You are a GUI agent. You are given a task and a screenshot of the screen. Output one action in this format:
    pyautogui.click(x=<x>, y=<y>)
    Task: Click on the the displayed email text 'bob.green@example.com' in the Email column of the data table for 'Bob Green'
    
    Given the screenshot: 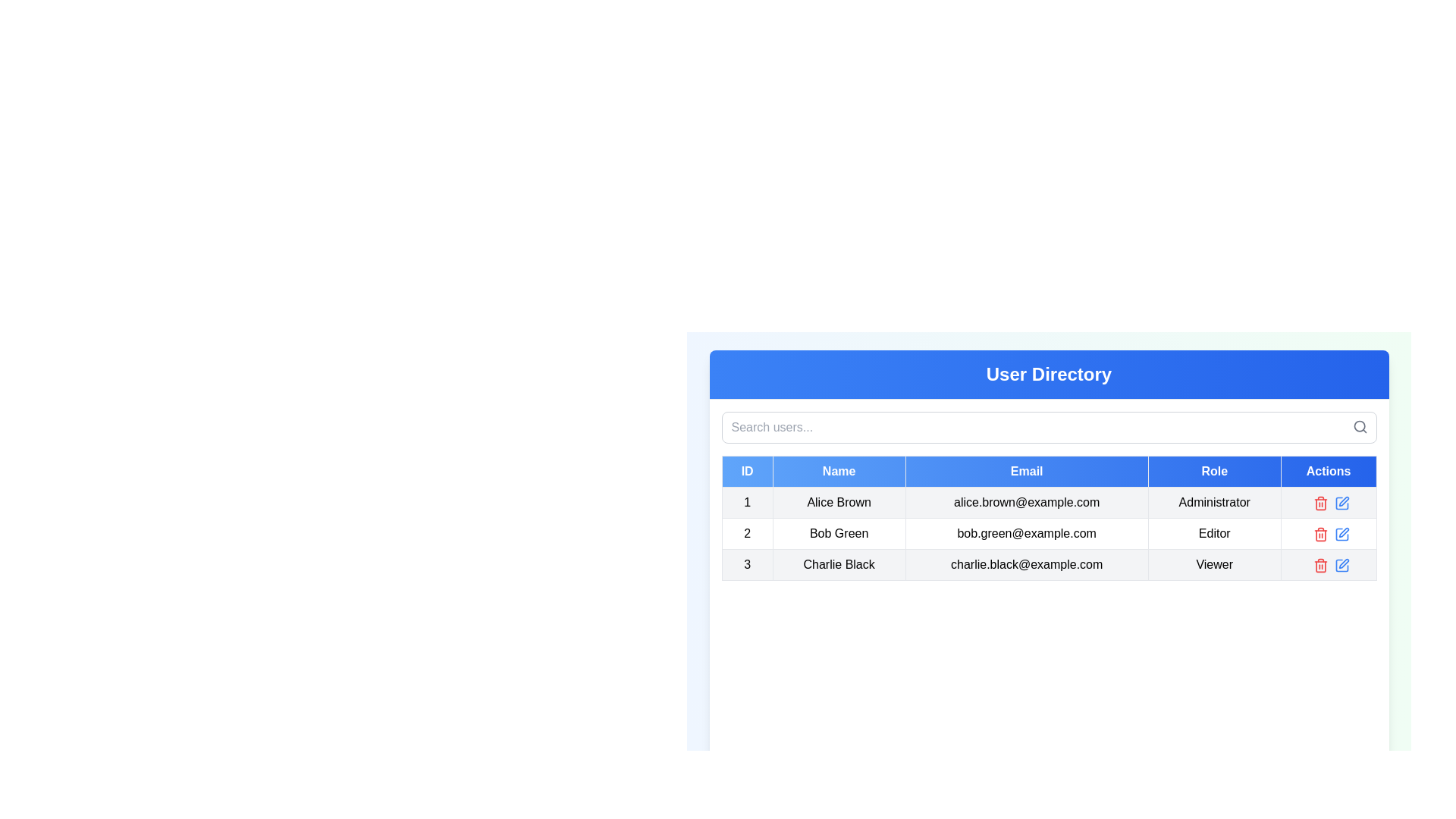 What is the action you would take?
    pyautogui.click(x=1027, y=533)
    